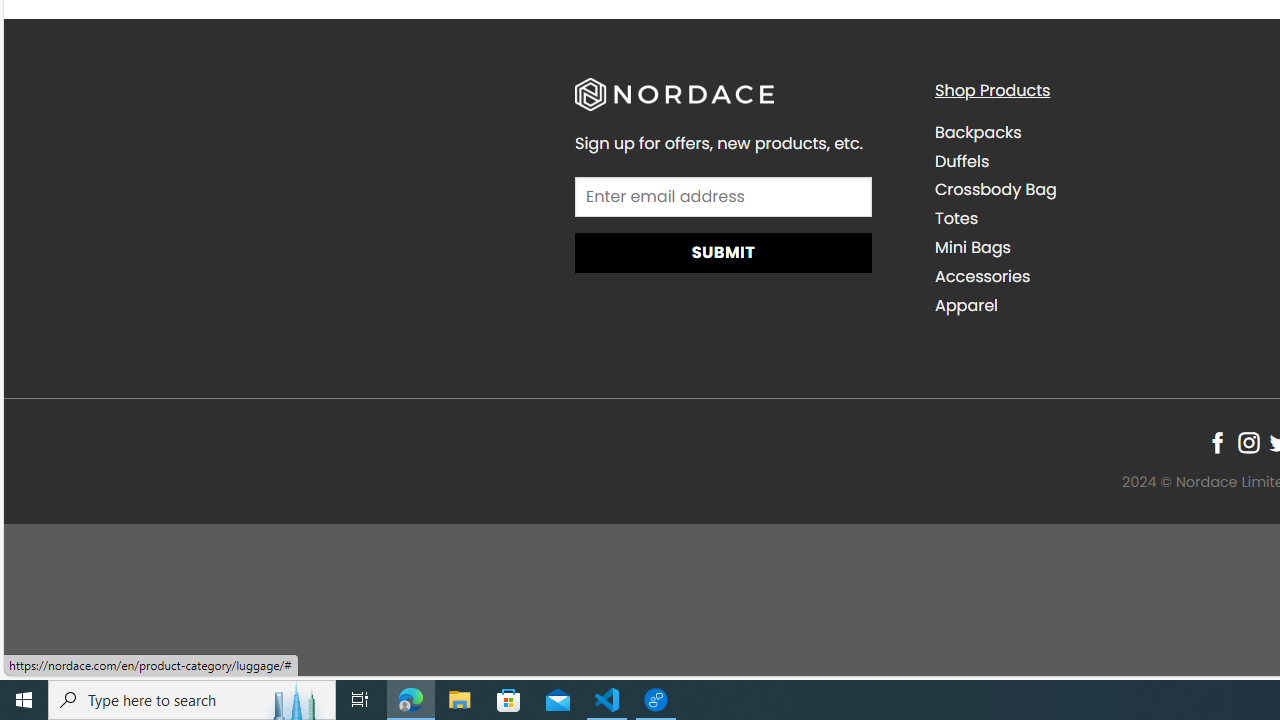  I want to click on 'Follow on Instagram', so click(1247, 441).